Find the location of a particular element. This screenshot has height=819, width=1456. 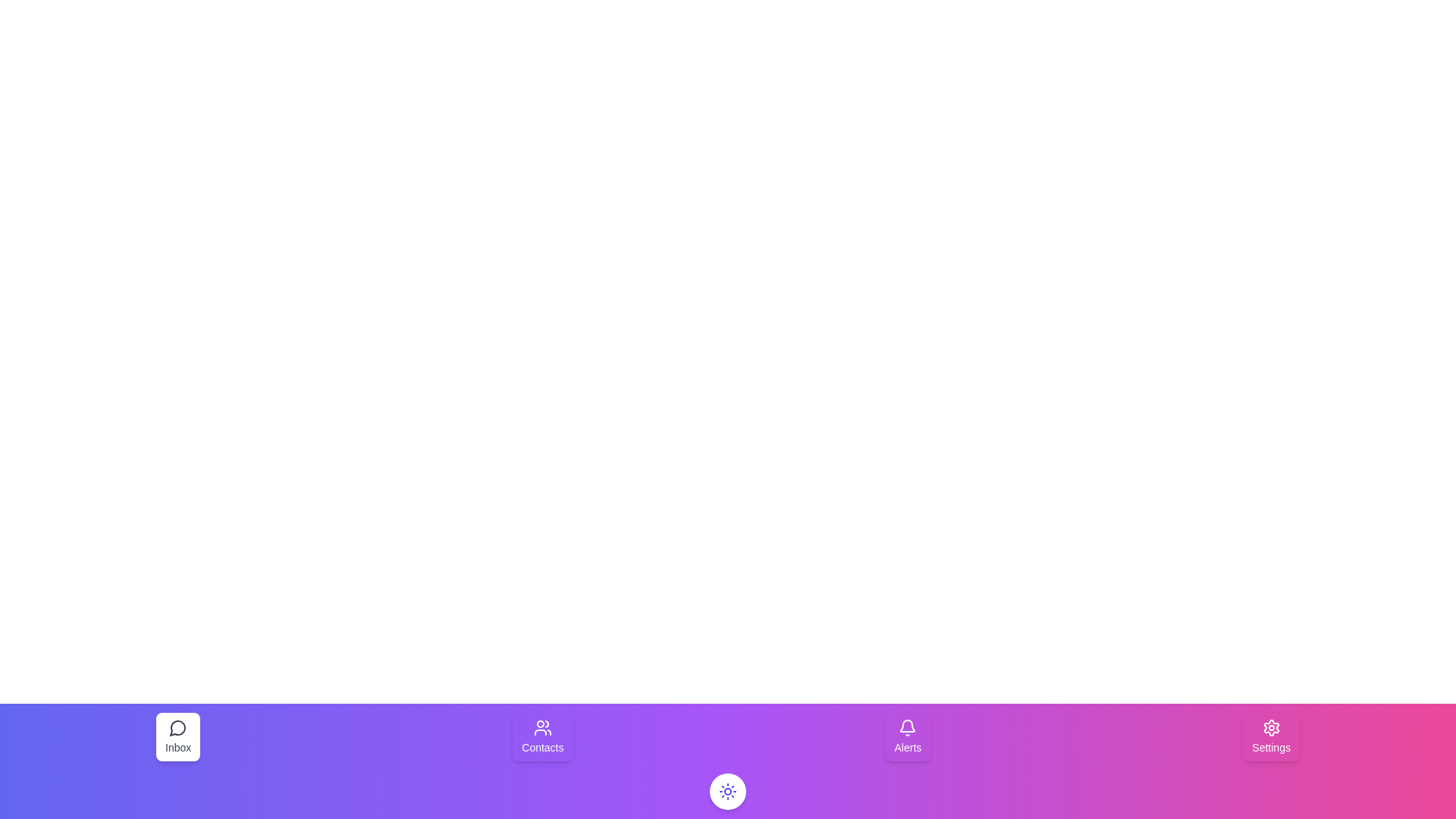

the button labeled Settings to observe its visual feedback is located at coordinates (1271, 736).